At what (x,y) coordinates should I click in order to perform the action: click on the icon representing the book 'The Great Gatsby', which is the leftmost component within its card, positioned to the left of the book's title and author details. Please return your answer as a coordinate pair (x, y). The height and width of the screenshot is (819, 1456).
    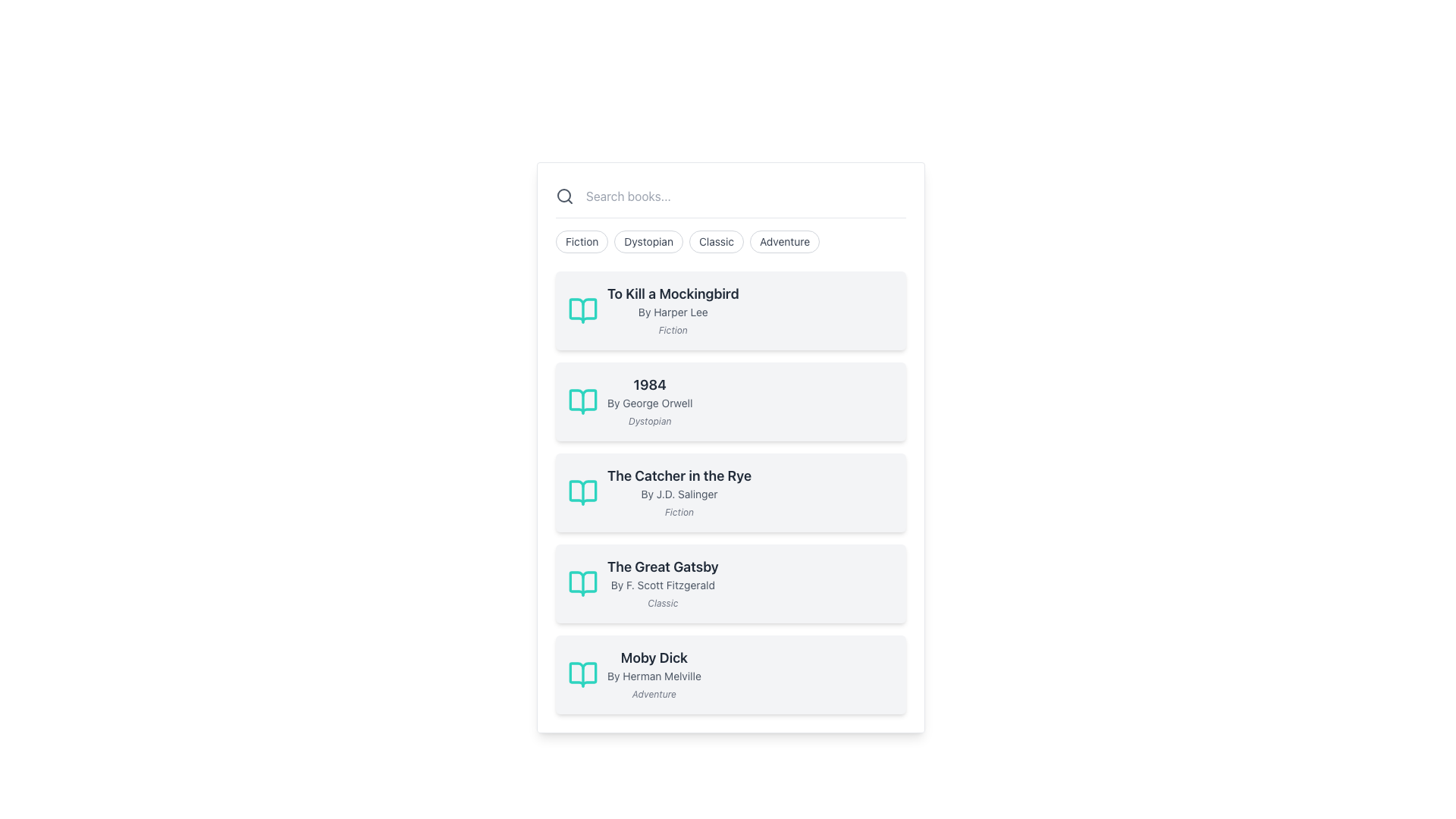
    Looking at the image, I should click on (582, 583).